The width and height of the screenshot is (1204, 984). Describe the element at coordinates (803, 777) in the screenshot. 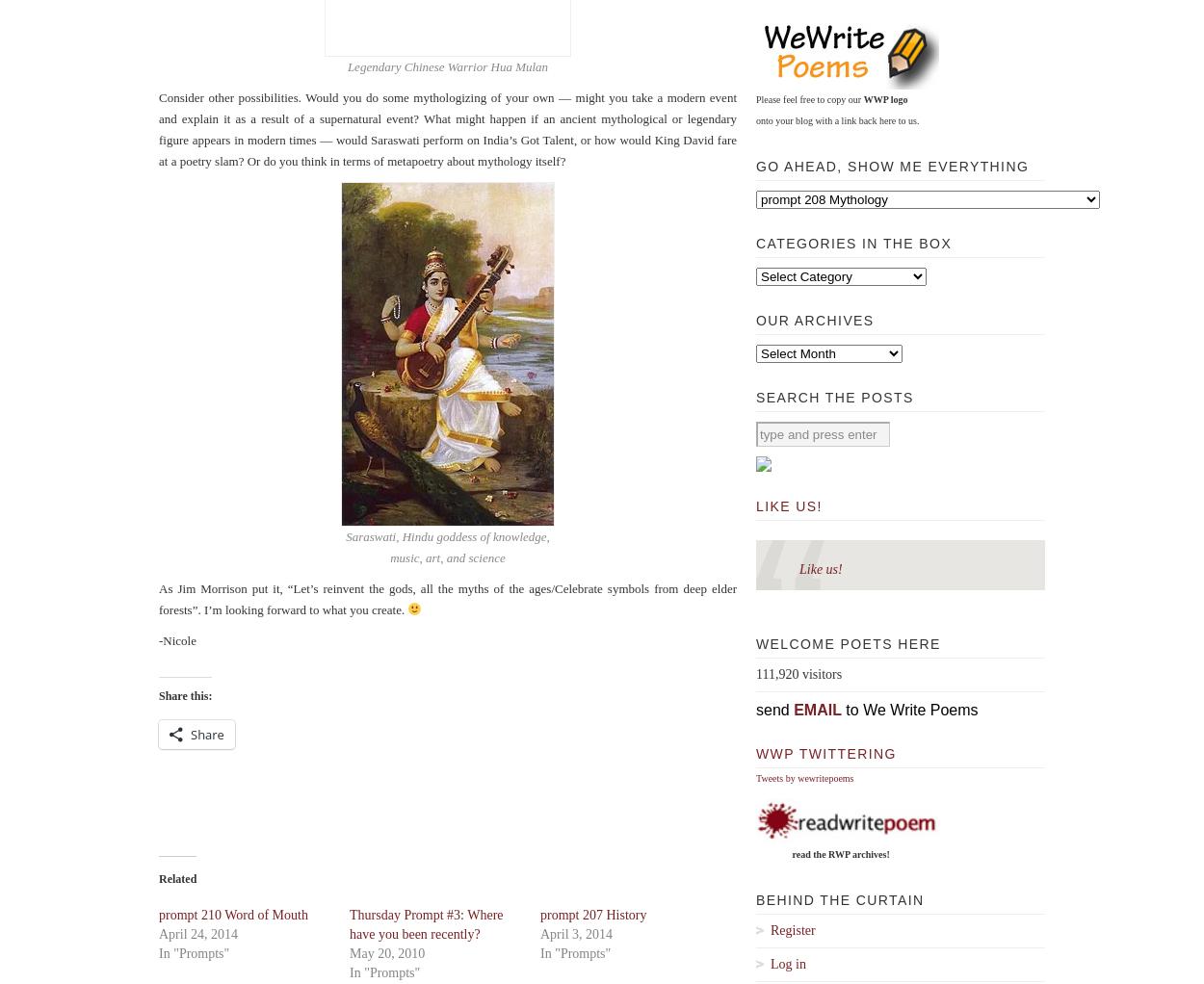

I see `'Tweets by wewritepoems'` at that location.